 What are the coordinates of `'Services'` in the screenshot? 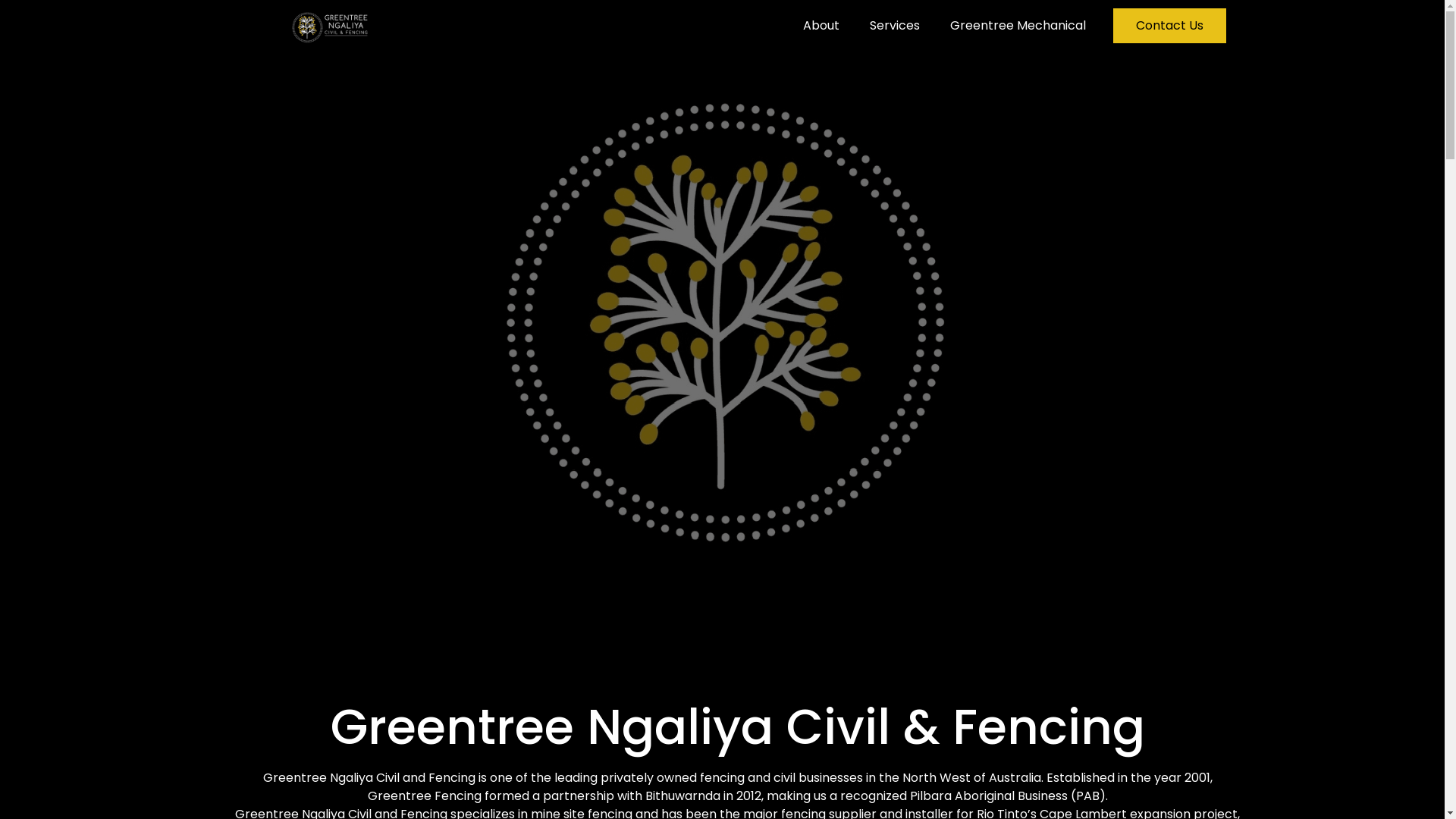 It's located at (895, 26).